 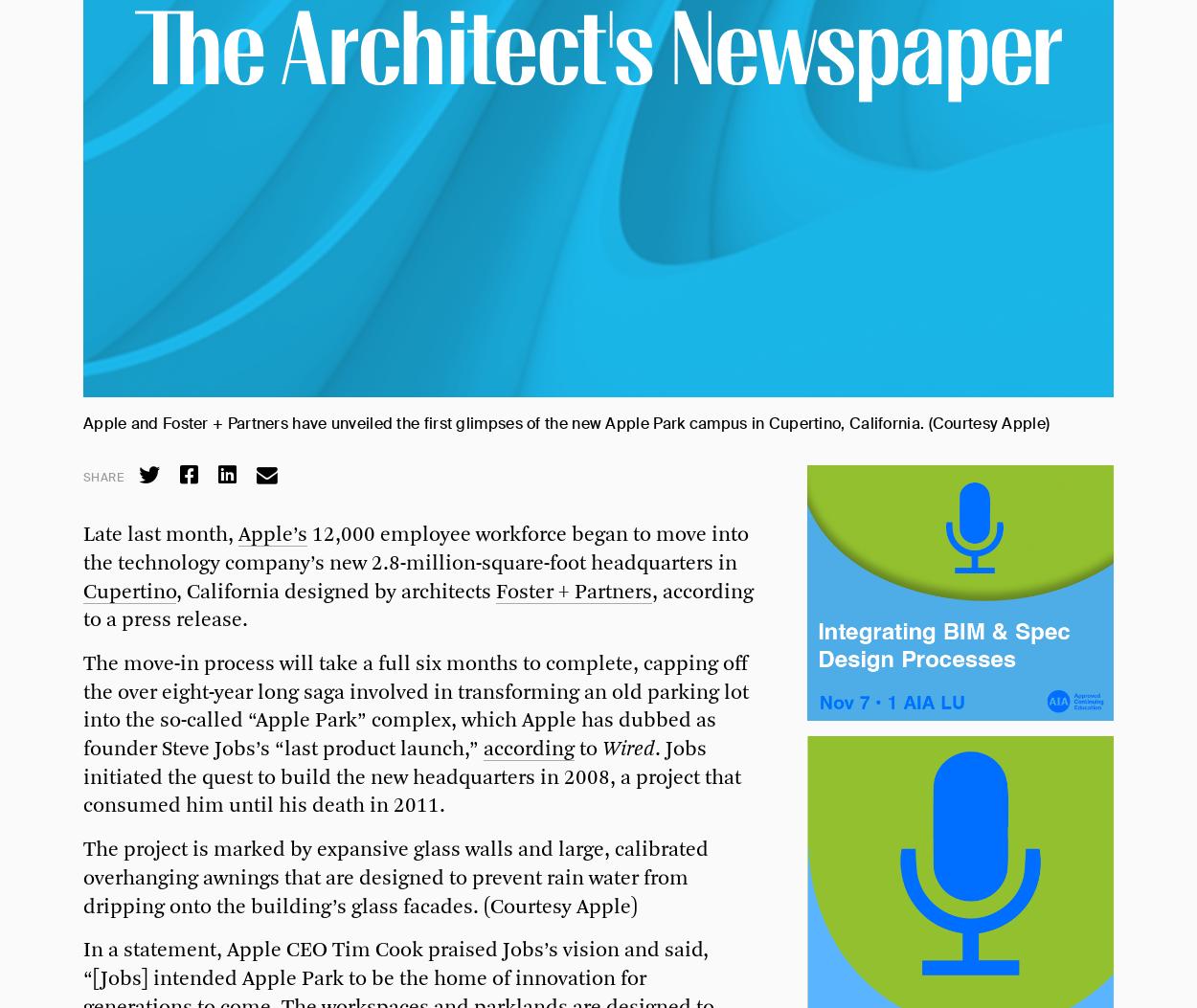 I want to click on 'Apple’s', so click(x=273, y=534).